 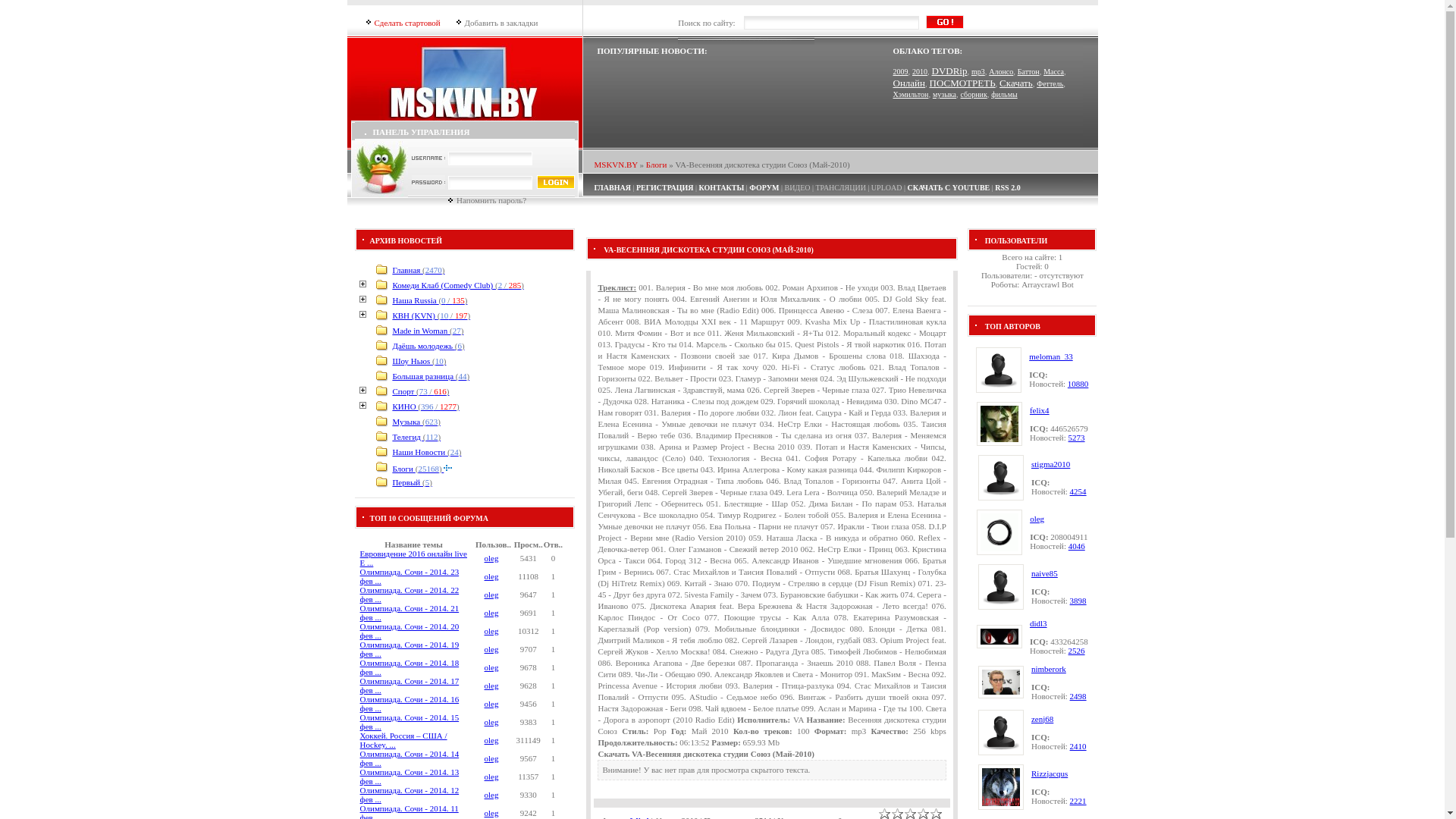 What do you see at coordinates (1048, 773) in the screenshot?
I see `'Rizzjacqus'` at bounding box center [1048, 773].